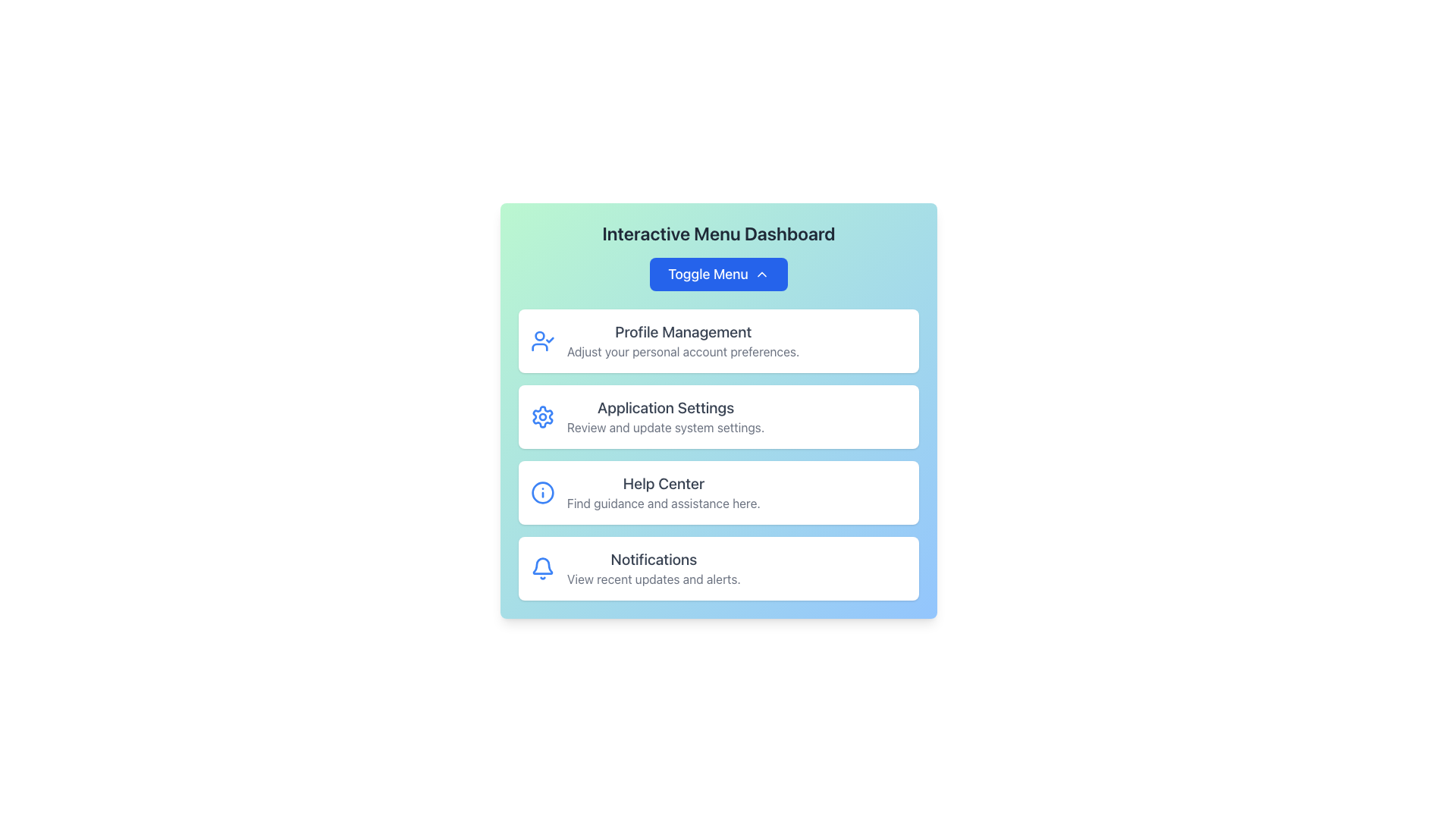 The width and height of the screenshot is (1456, 819). Describe the element at coordinates (666, 427) in the screenshot. I see `the text label displaying 'Review and update system settings.' which is located beneath the 'Application Settings' heading` at that location.